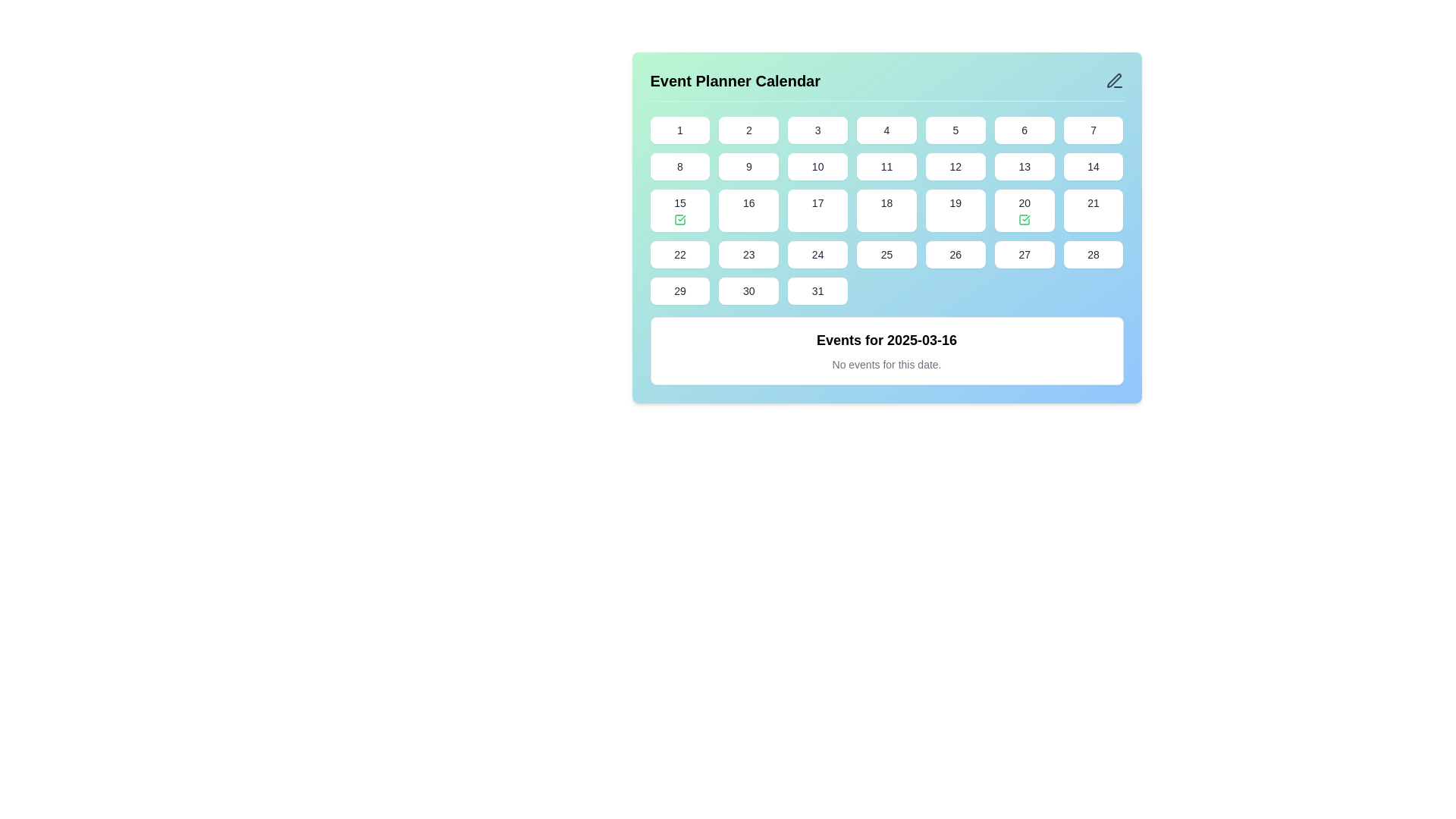 Image resolution: width=1456 pixels, height=819 pixels. Describe the element at coordinates (679, 210) in the screenshot. I see `the Date Tile displaying the number '15' with a green checkmark icon, located` at that location.